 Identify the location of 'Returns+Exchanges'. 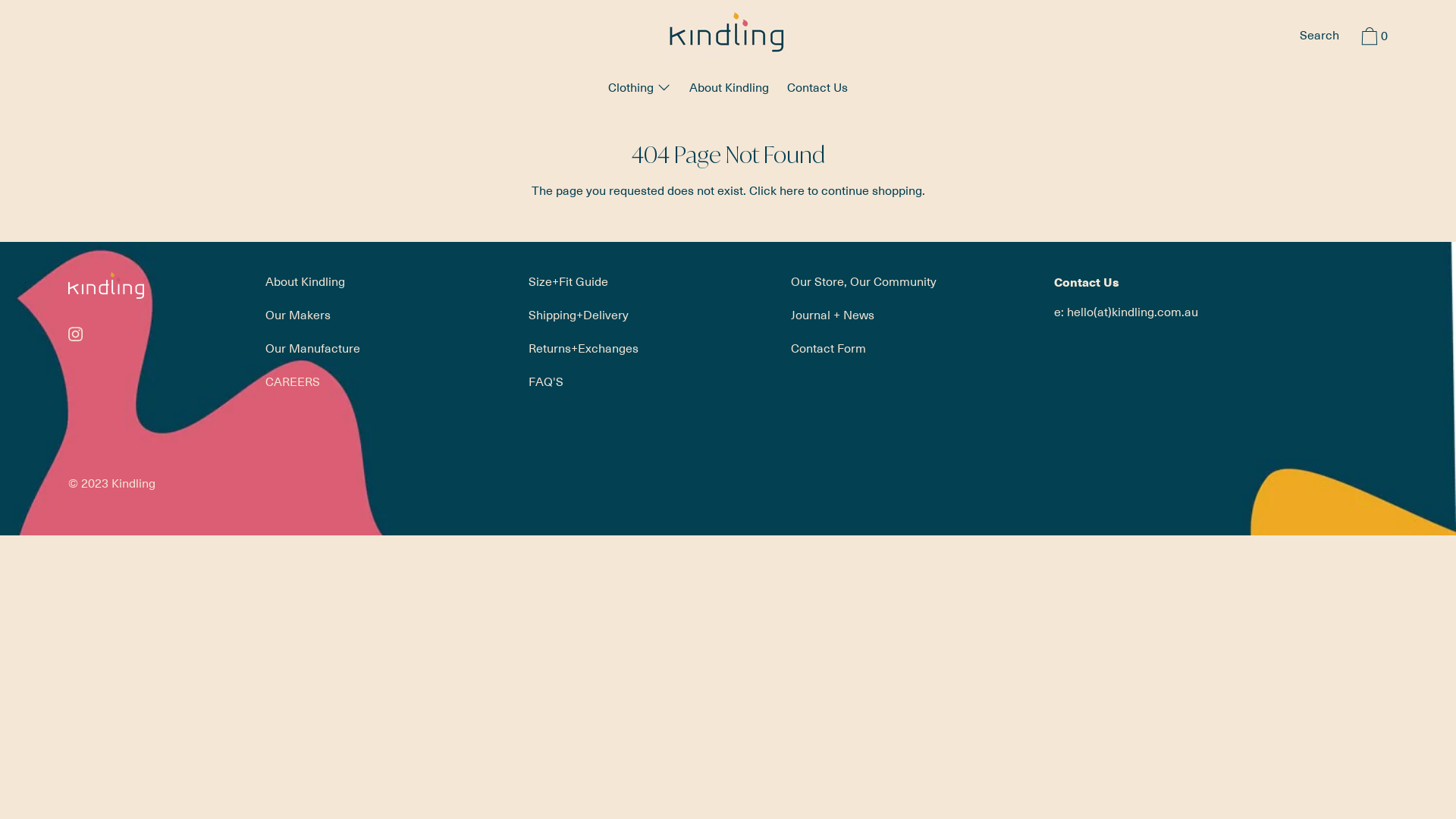
(582, 348).